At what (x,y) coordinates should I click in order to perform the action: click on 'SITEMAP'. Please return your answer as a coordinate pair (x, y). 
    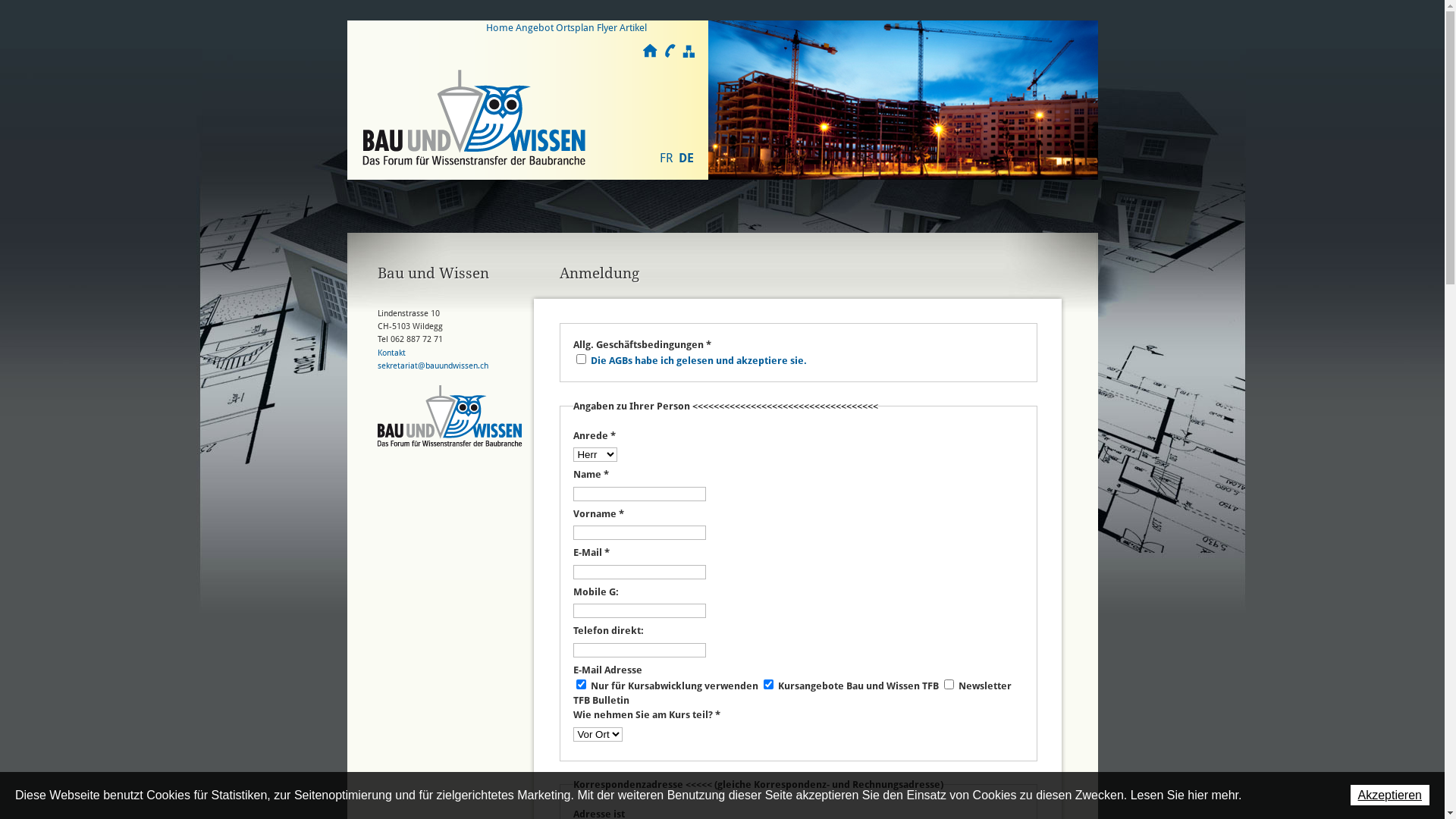
    Looking at the image, I should click on (679, 50).